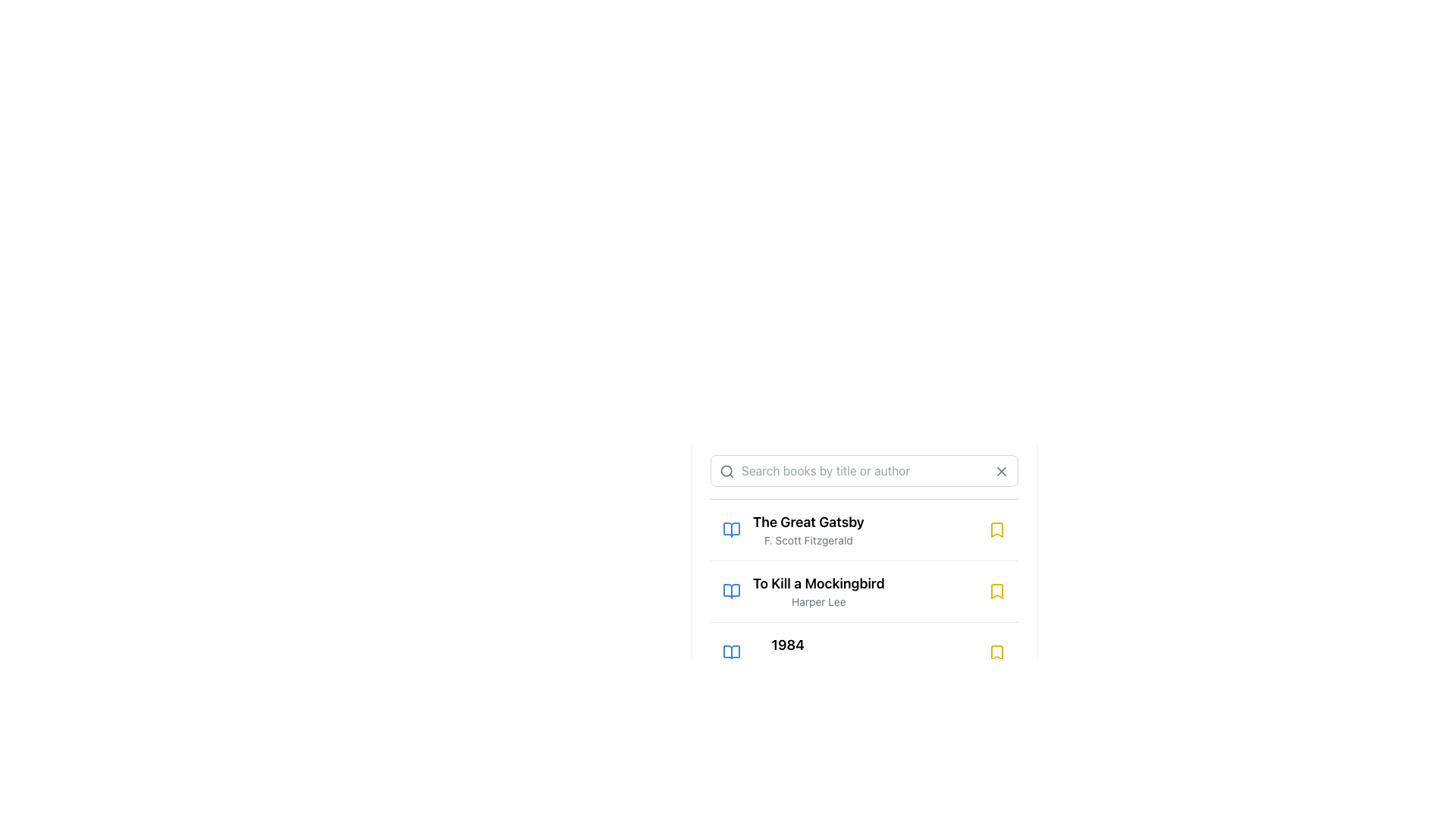 The image size is (1456, 819). Describe the element at coordinates (997, 651) in the screenshot. I see `the yellow-colored bookmark icon located to the far right of the entry for the book '1984' by George Orwell` at that location.